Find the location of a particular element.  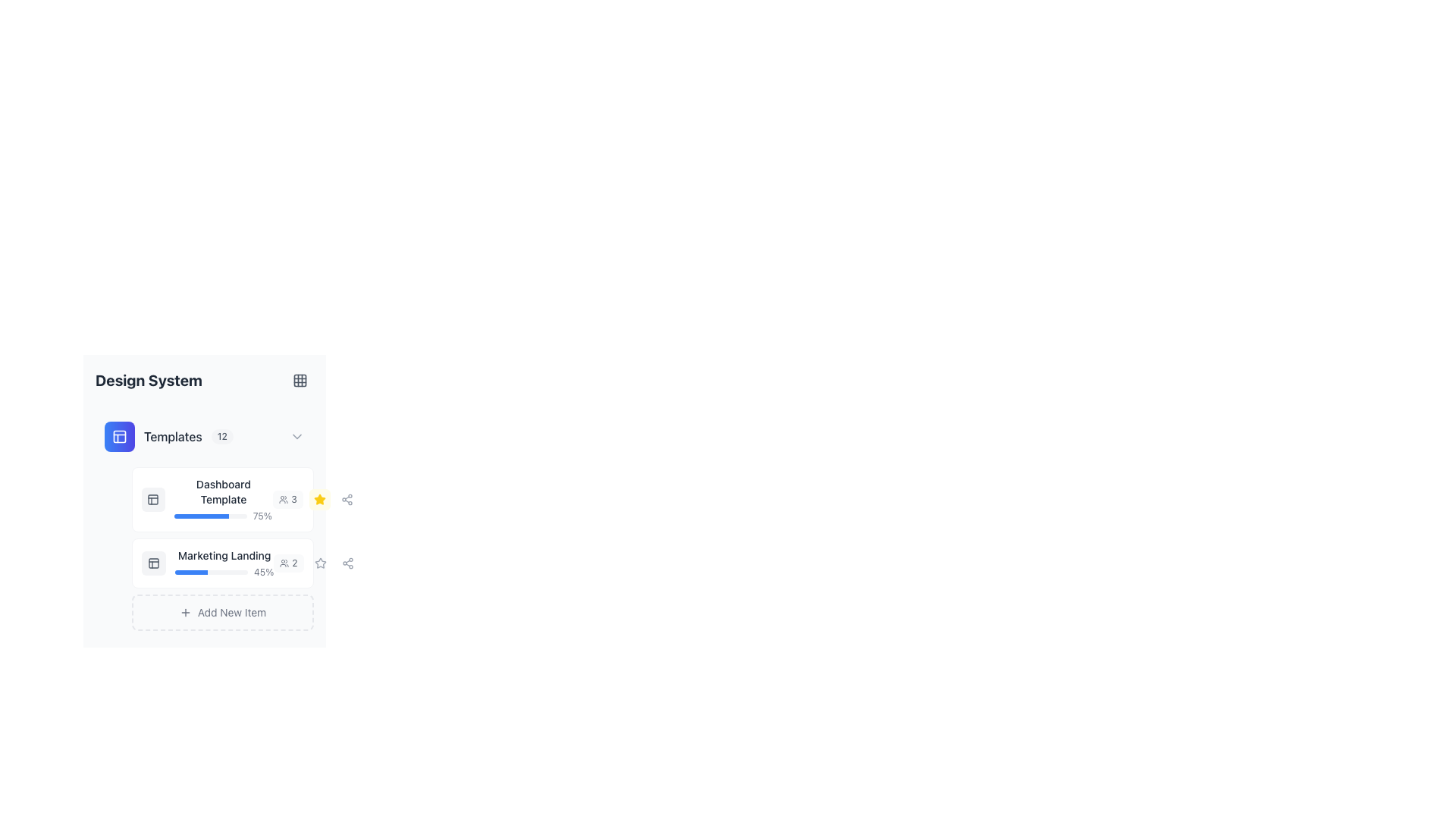

the star icon button with a golden fill, located to the right of the number '3' within a rounded rectangular badge, to mark it is located at coordinates (318, 500).